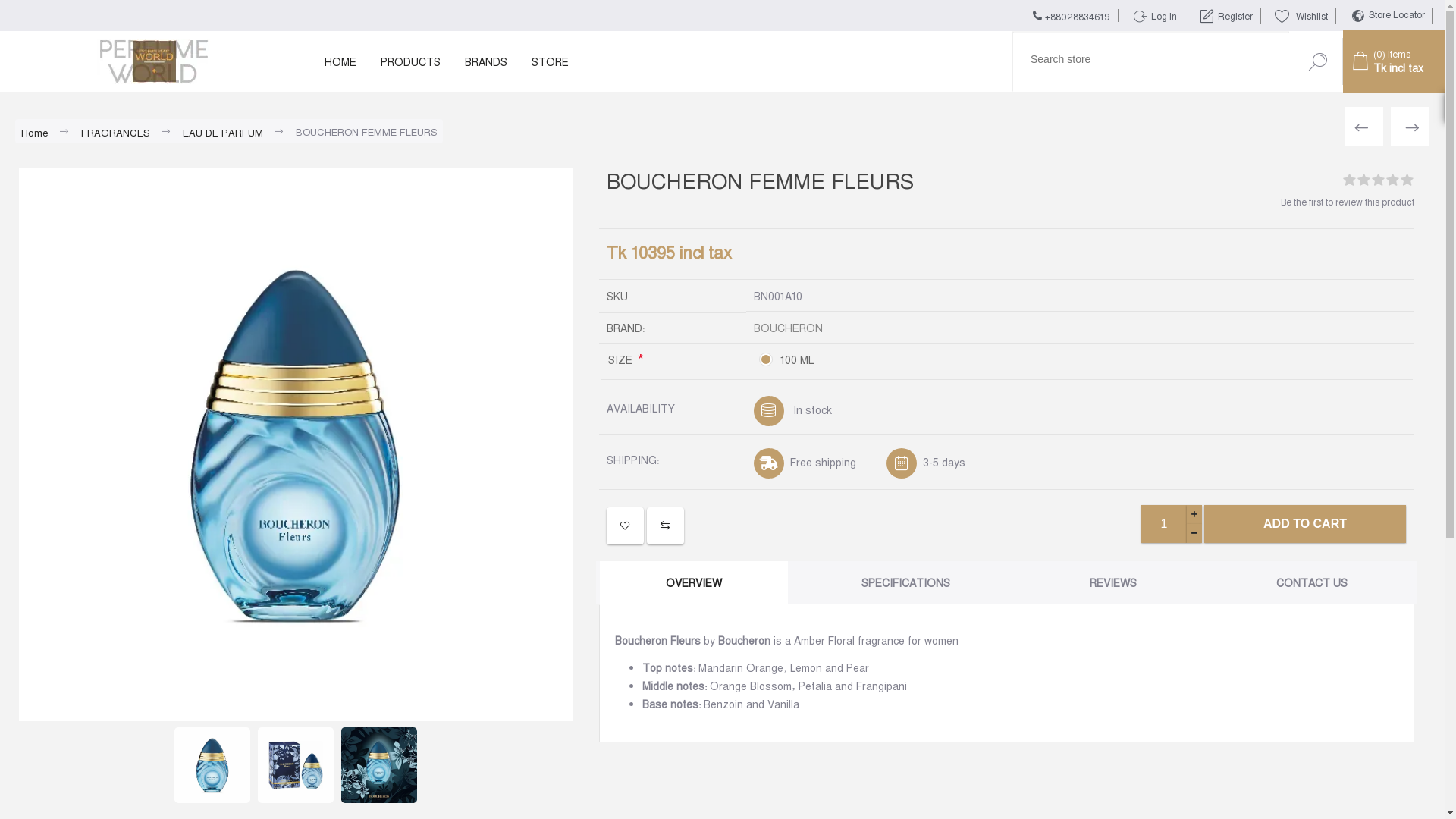 The height and width of the screenshot is (819, 1456). I want to click on 'SPECIFICATIONS', so click(905, 582).